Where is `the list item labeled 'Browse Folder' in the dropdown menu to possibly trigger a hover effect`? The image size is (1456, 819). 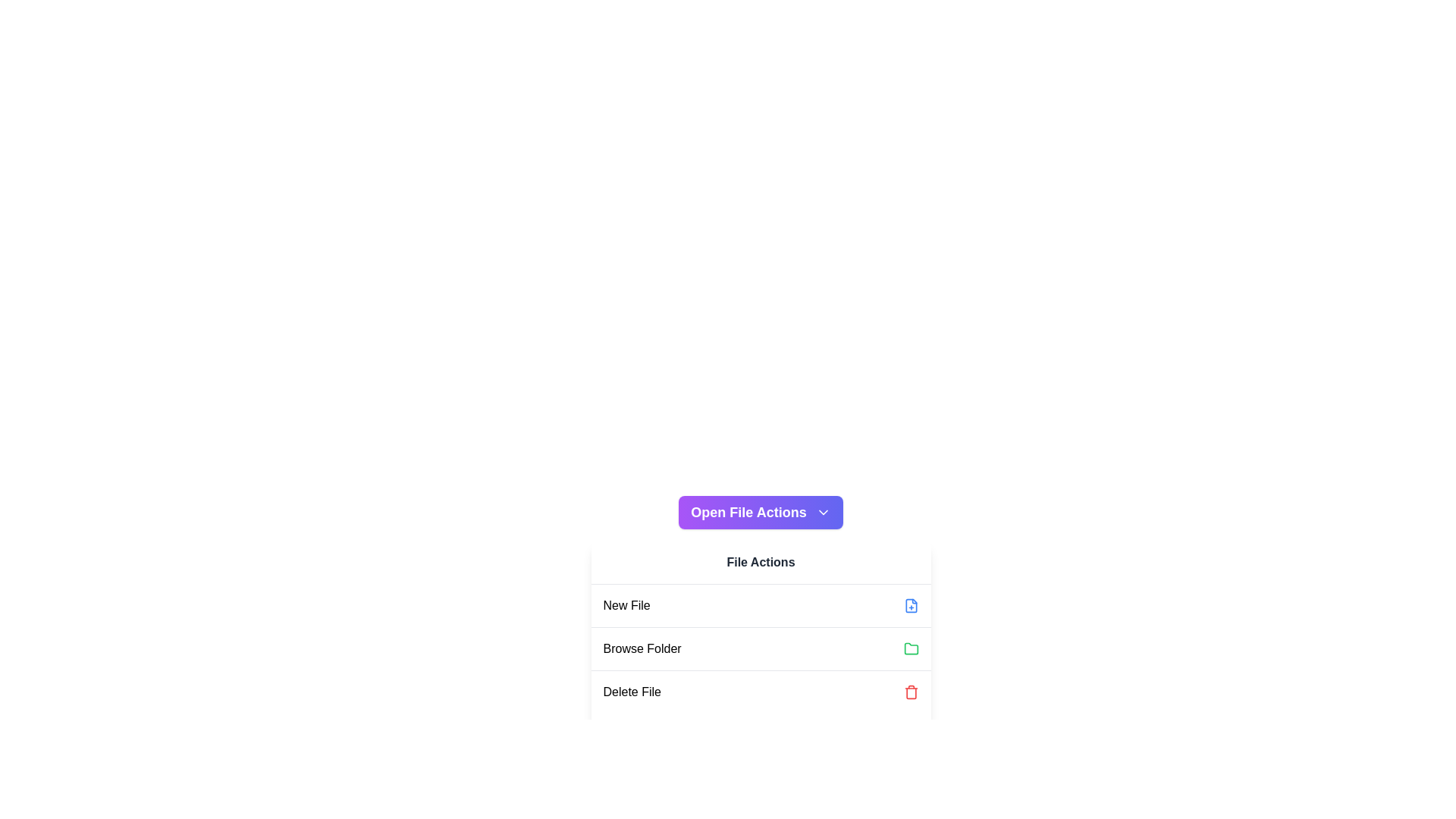
the list item labeled 'Browse Folder' in the dropdown menu to possibly trigger a hover effect is located at coordinates (761, 632).